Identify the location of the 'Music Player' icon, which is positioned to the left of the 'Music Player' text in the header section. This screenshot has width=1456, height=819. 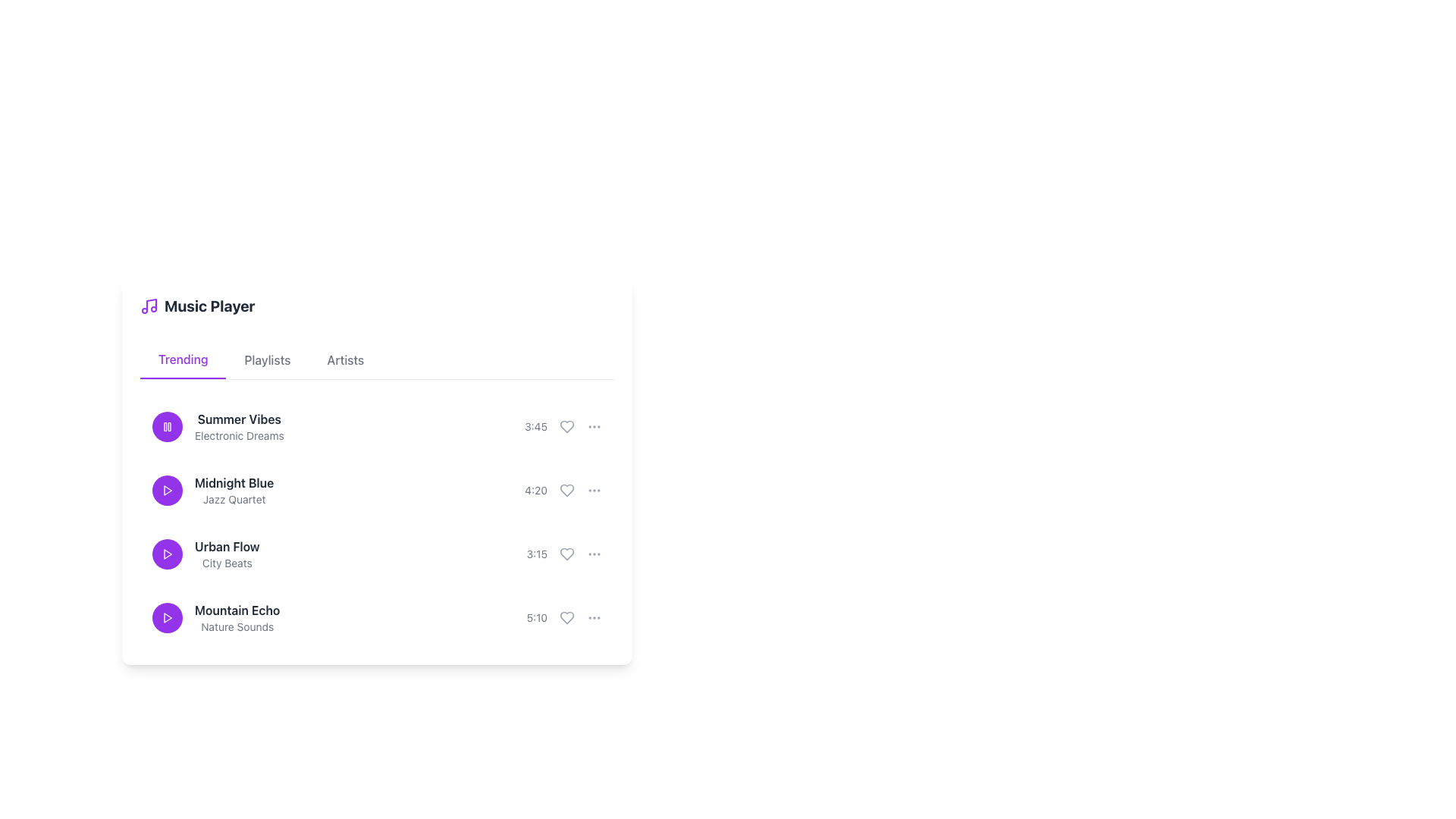
(149, 306).